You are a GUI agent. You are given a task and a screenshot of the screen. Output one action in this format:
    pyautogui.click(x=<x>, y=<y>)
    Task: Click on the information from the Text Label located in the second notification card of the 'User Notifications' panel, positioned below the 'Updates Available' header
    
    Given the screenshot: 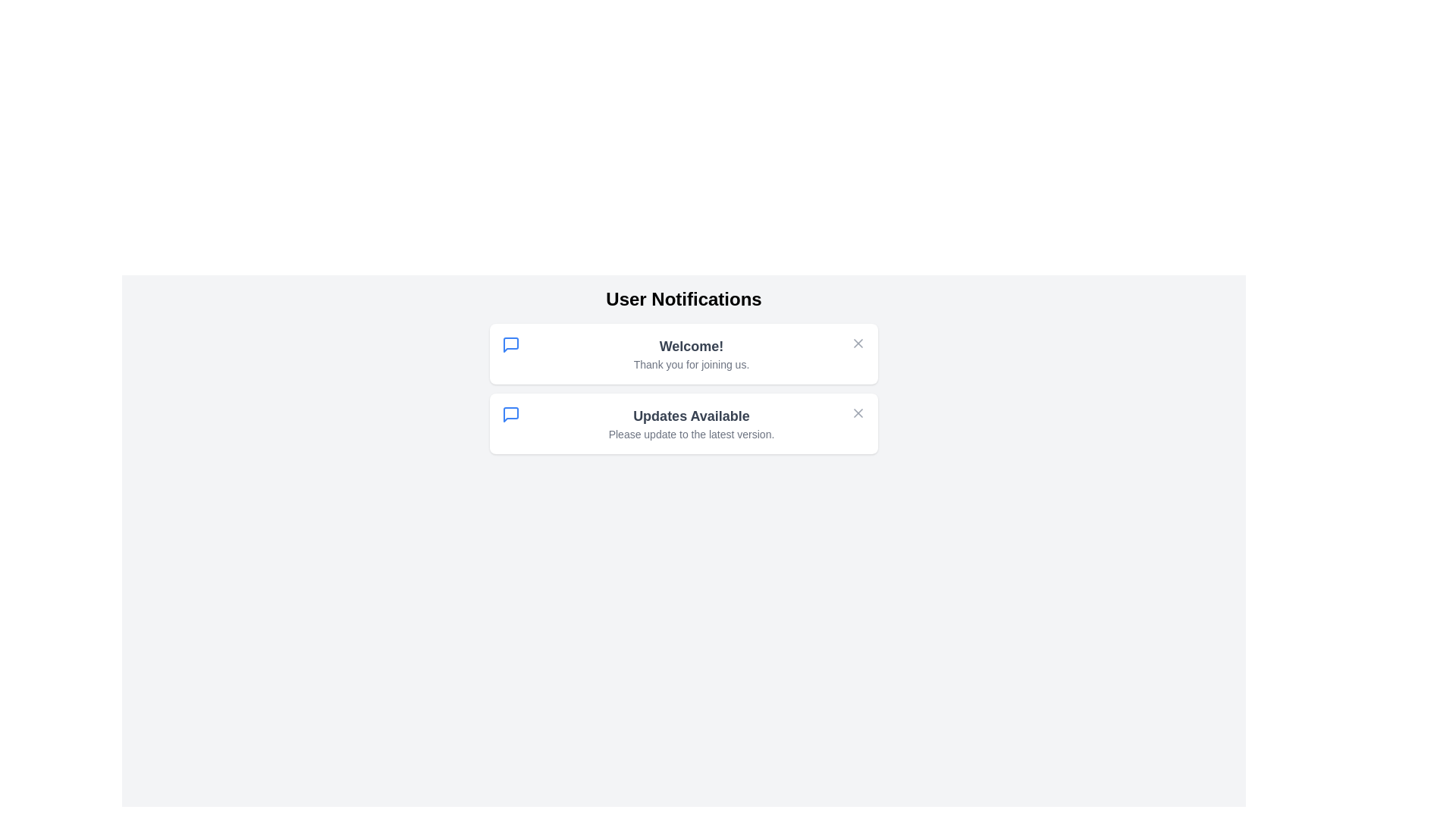 What is the action you would take?
    pyautogui.click(x=691, y=435)
    